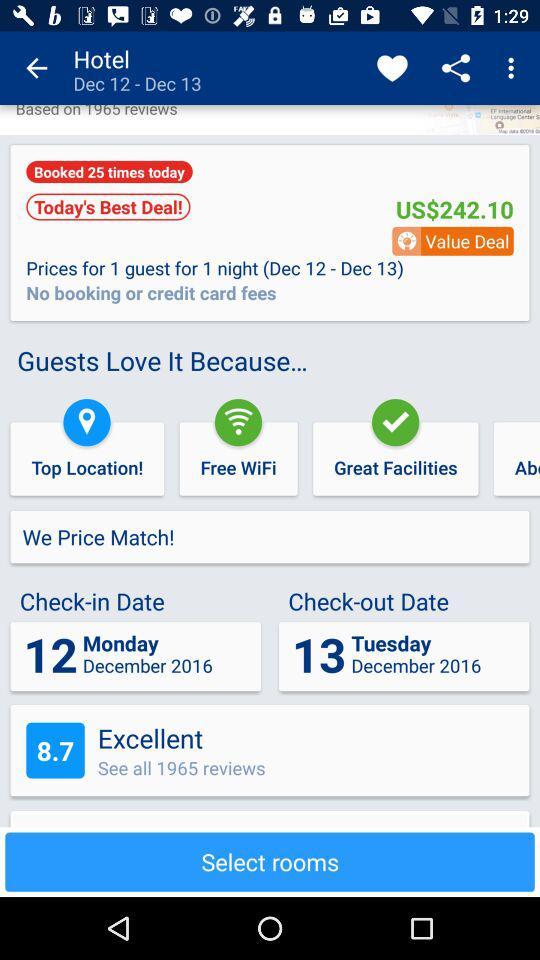 Image resolution: width=540 pixels, height=960 pixels. I want to click on icon to the right of the hotel dec 12 app, so click(393, 68).